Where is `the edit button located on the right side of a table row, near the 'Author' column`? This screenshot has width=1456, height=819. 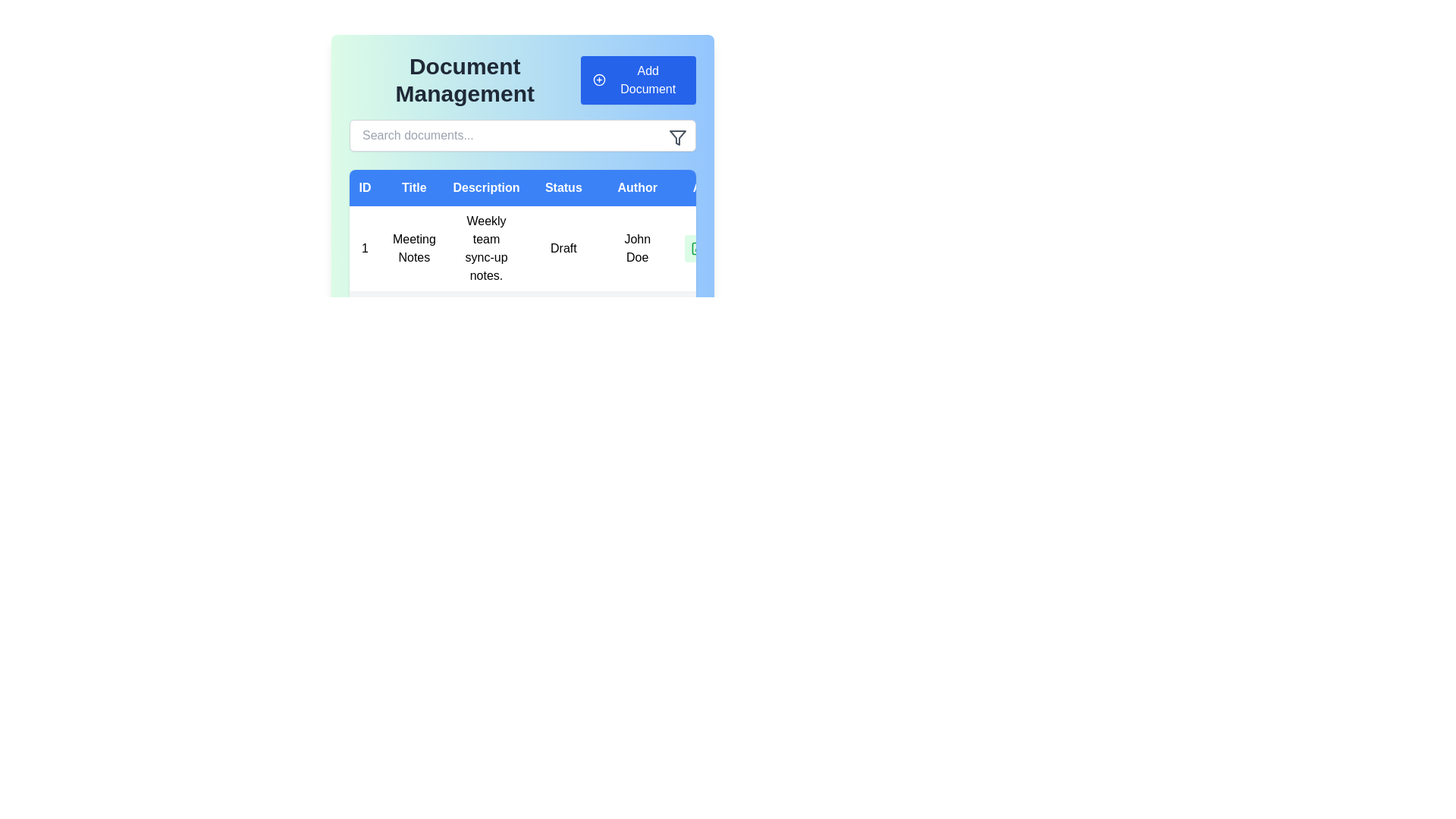
the edit button located on the right side of a table row, near the 'Author' column is located at coordinates (698, 247).